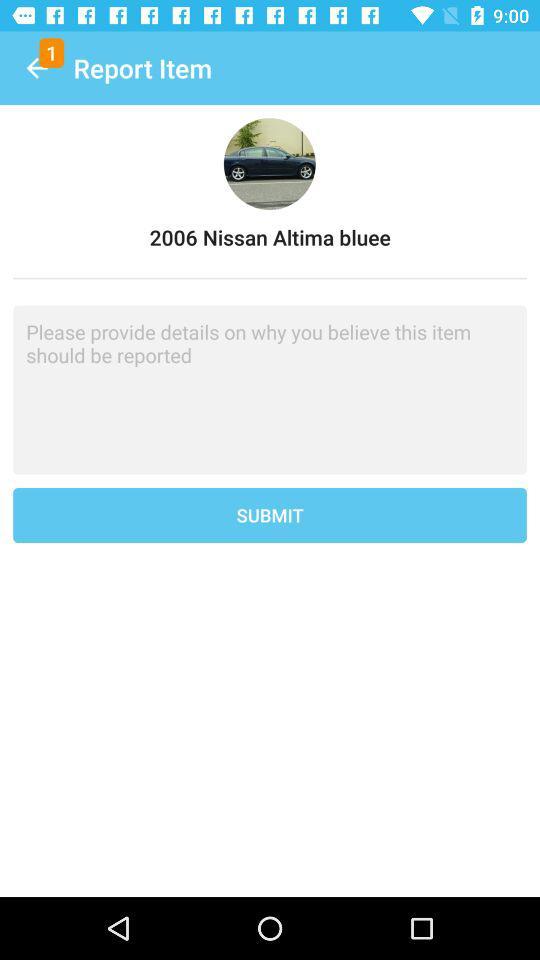 The width and height of the screenshot is (540, 960). What do you see at coordinates (270, 389) in the screenshot?
I see `report information` at bounding box center [270, 389].